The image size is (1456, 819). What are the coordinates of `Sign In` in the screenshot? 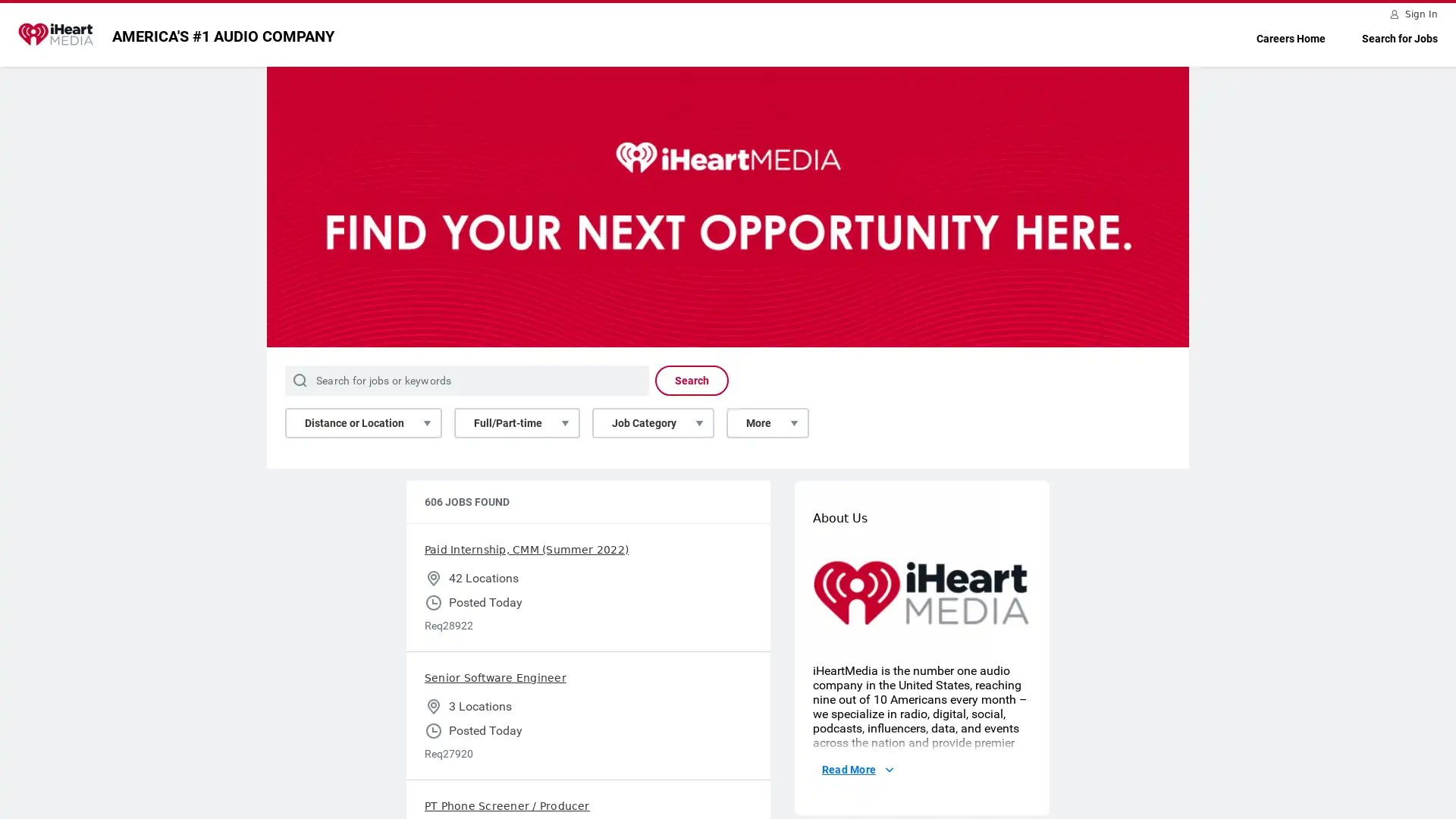 It's located at (1414, 14).